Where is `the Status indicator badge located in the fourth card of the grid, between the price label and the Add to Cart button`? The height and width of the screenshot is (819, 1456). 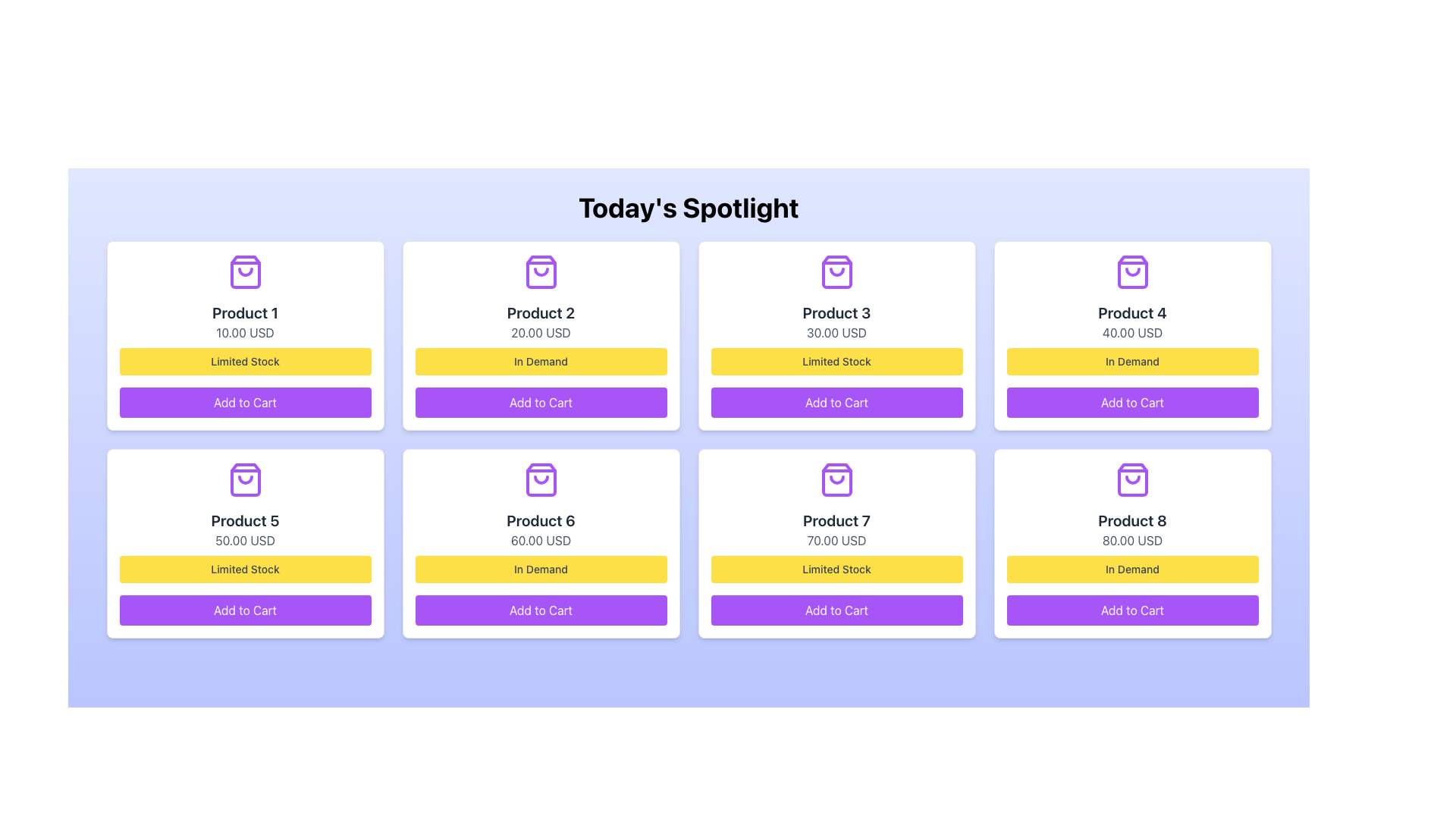 the Status indicator badge located in the fourth card of the grid, between the price label and the Add to Cart button is located at coordinates (1132, 362).